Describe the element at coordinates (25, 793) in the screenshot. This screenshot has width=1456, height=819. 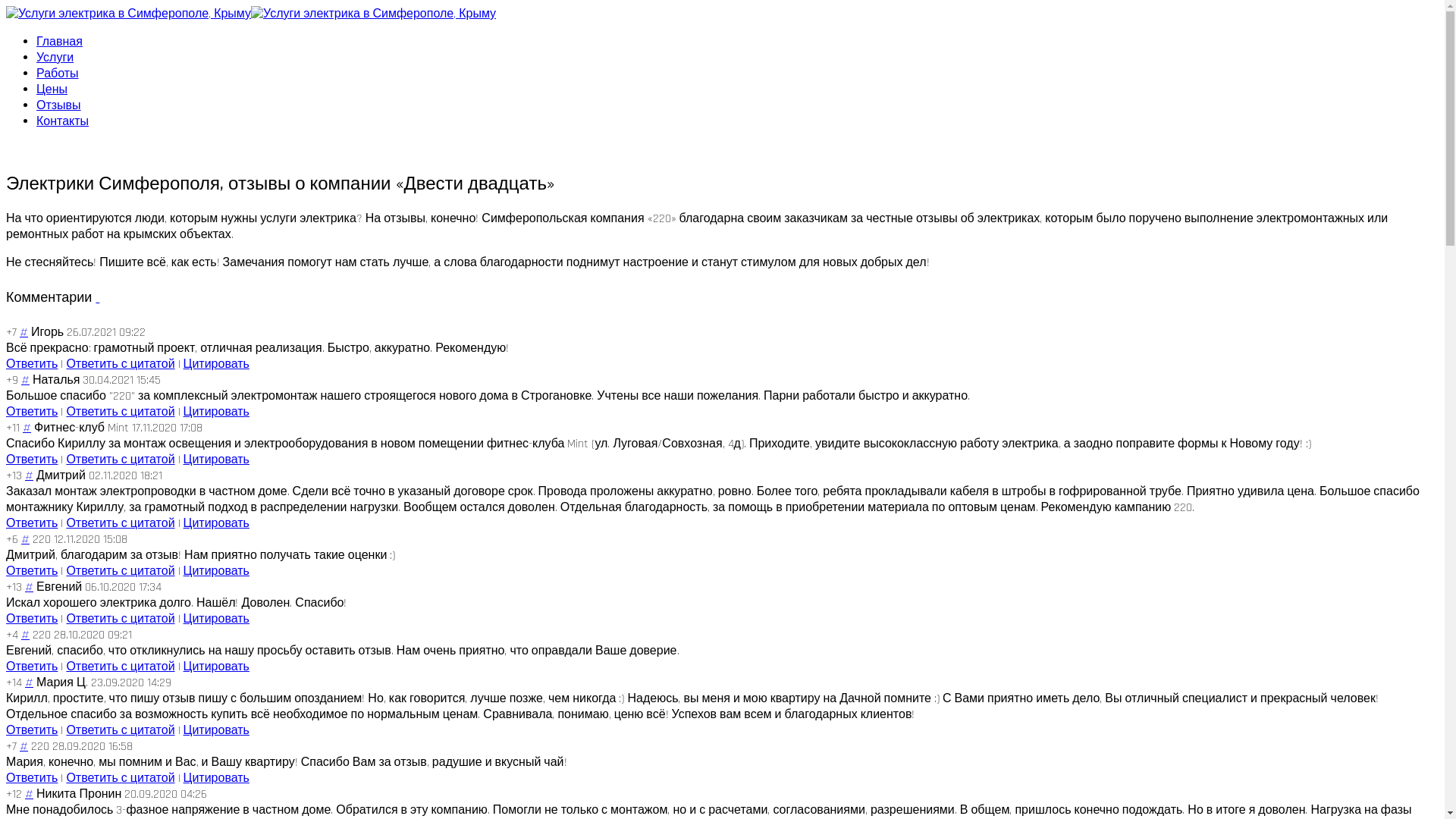
I see `'#'` at that location.